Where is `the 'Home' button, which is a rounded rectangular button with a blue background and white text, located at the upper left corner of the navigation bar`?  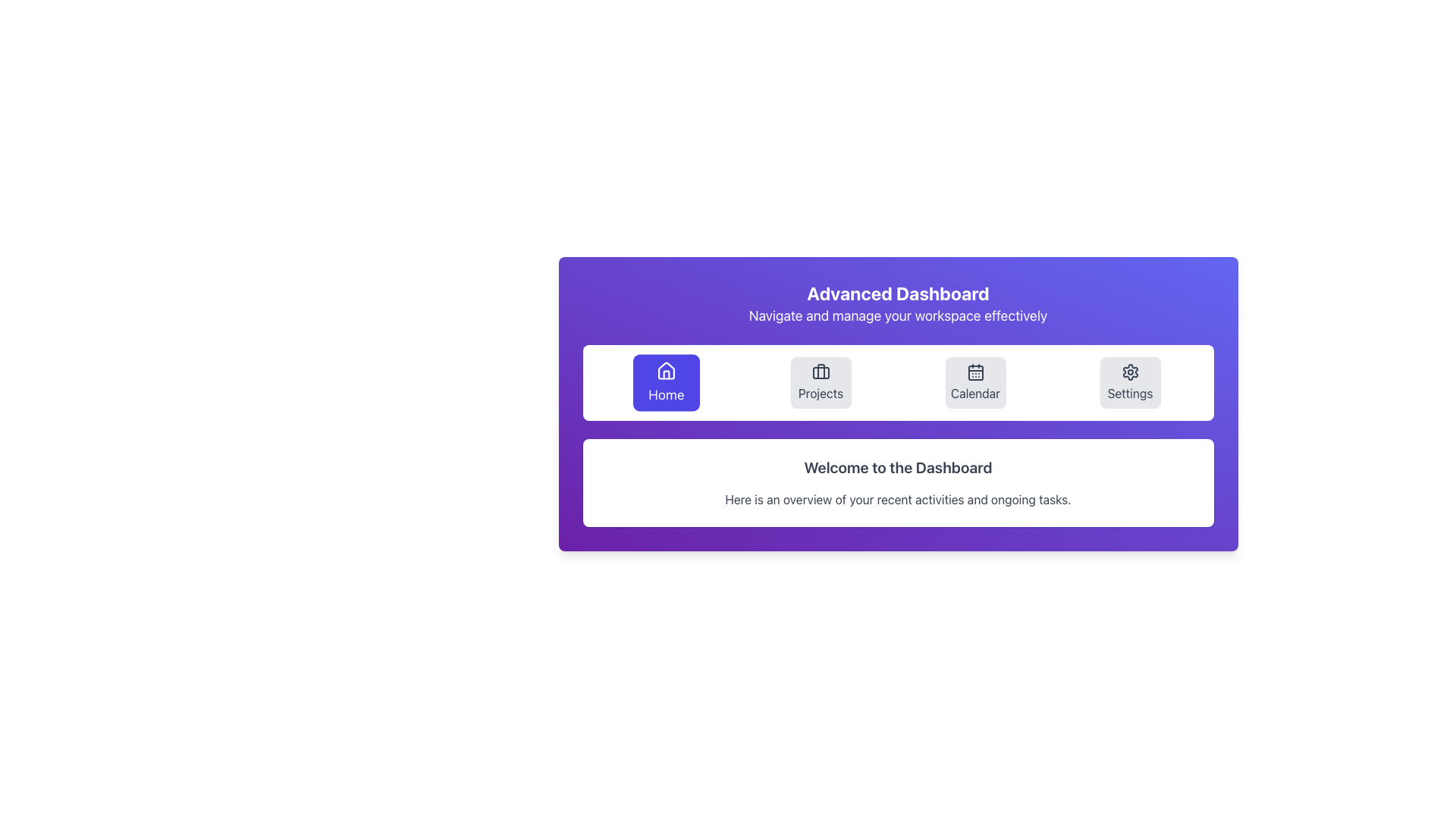 the 'Home' button, which is a rounded rectangular button with a blue background and white text, located at the upper left corner of the navigation bar is located at coordinates (666, 394).